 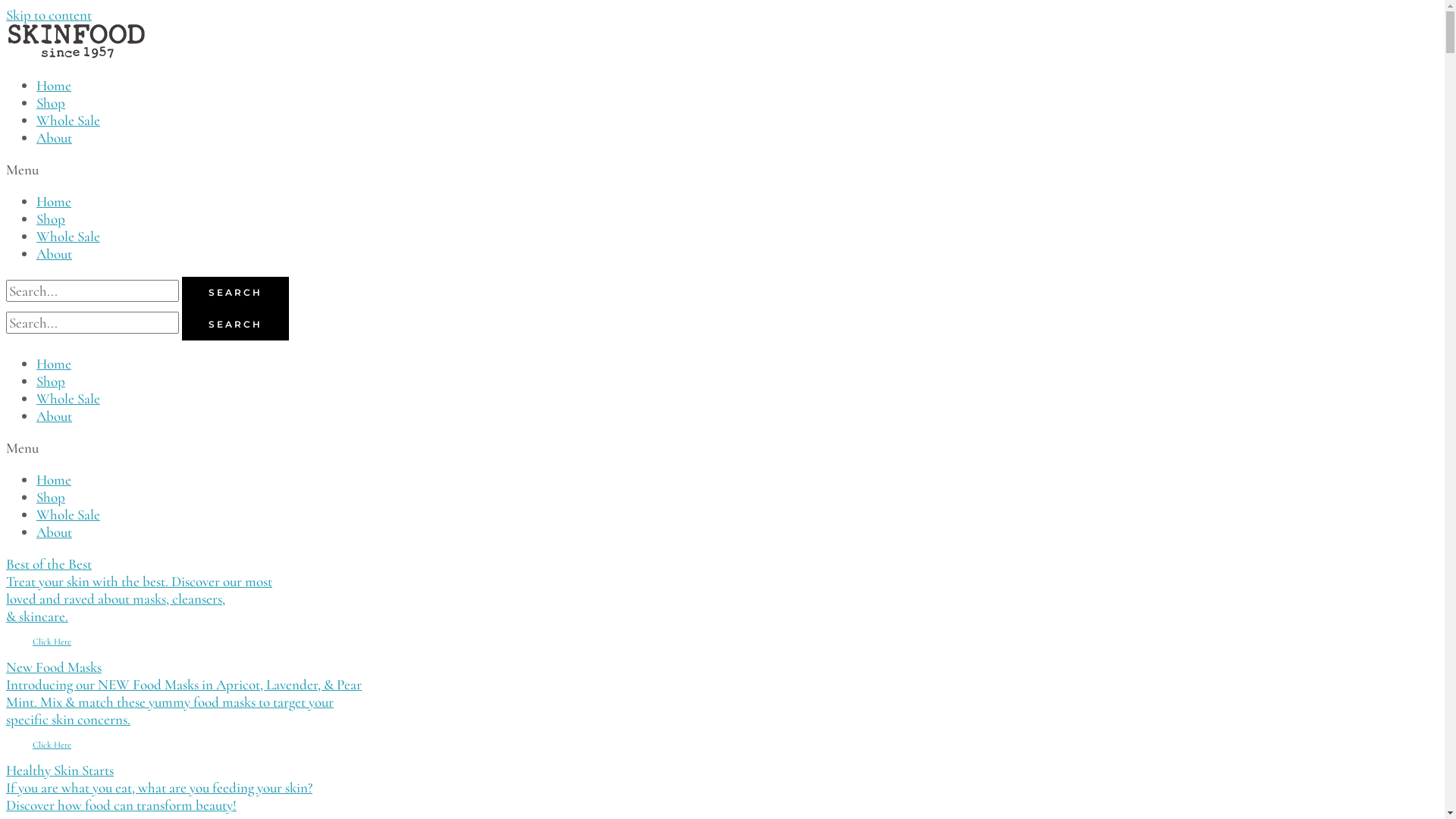 I want to click on 'Shop', so click(x=51, y=102).